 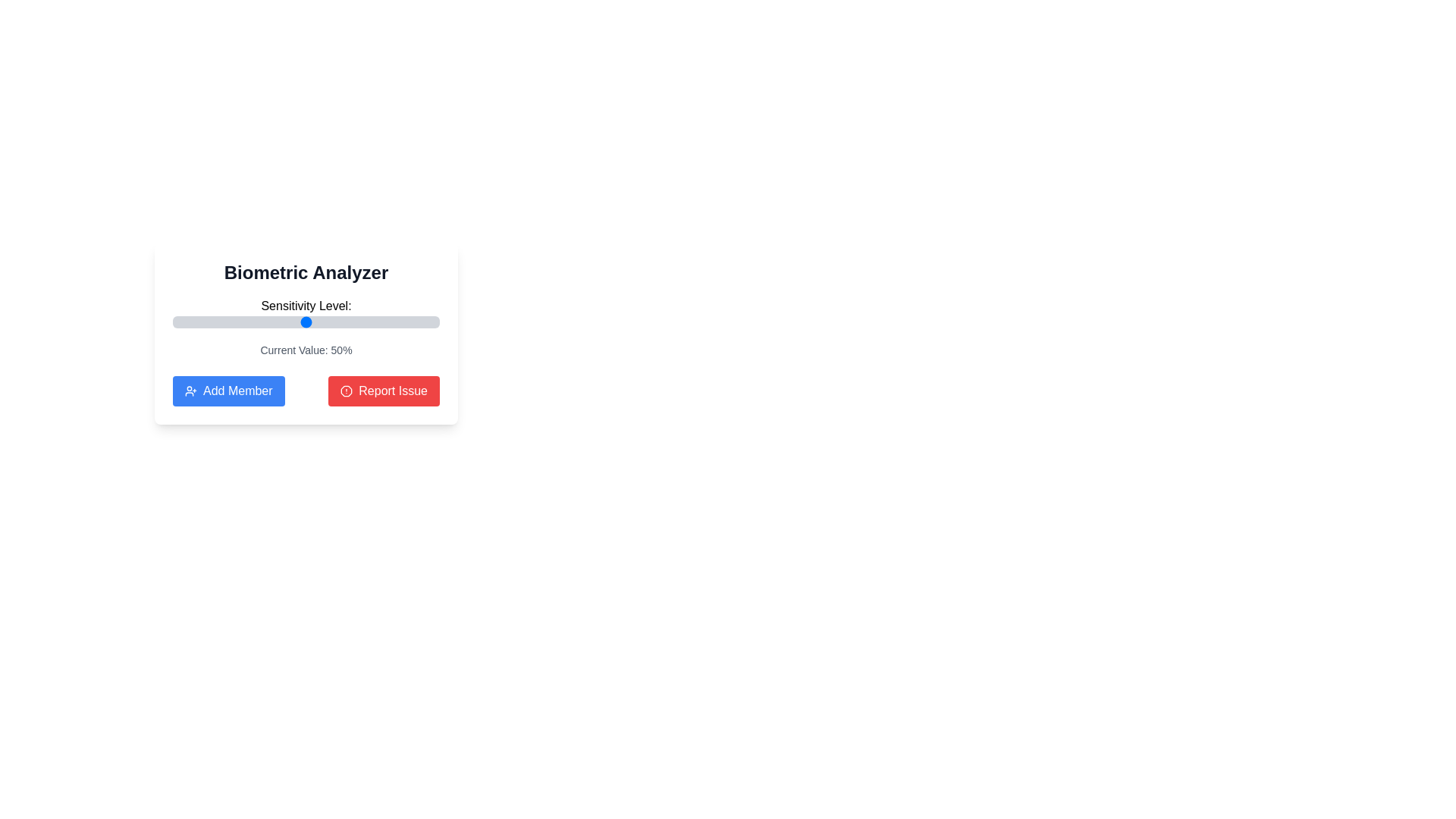 I want to click on the sensitivity level, so click(x=365, y=321).